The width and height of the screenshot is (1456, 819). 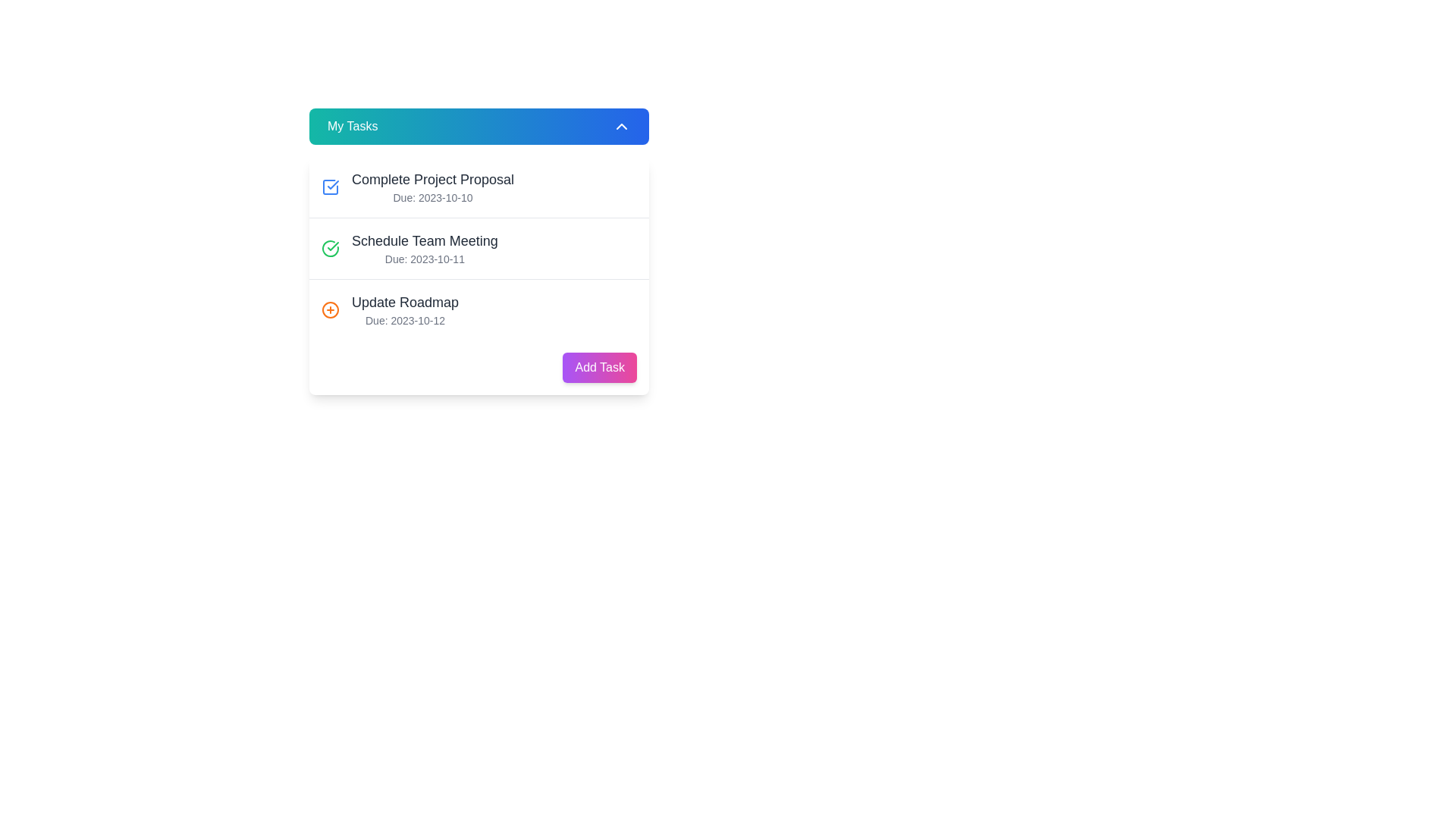 What do you see at coordinates (425, 259) in the screenshot?
I see `the due date text label for the task 'Schedule Team Meeting', which is positioned below the heading in the second item of the task list` at bounding box center [425, 259].